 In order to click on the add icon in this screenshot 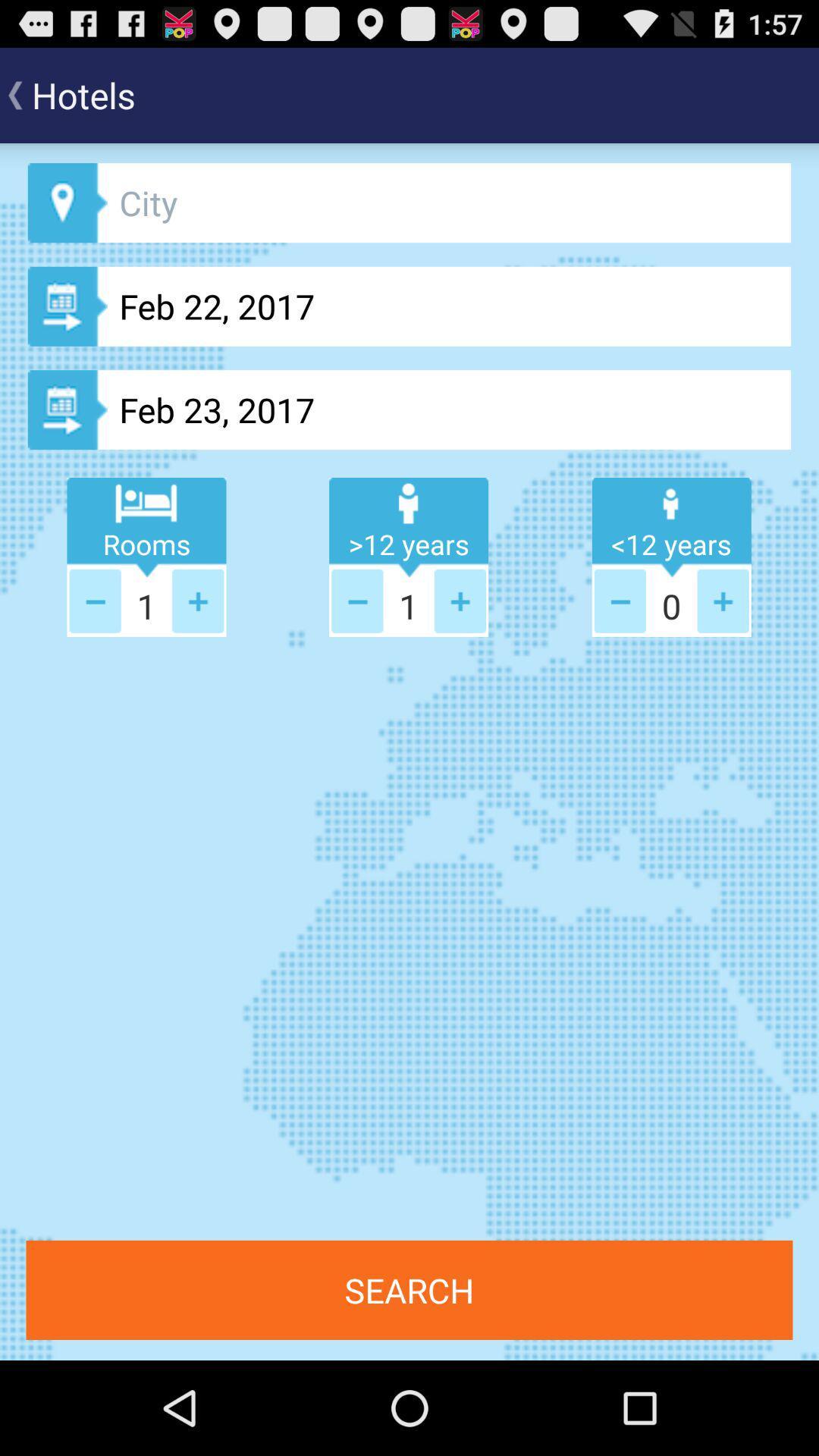, I will do `click(197, 643)`.